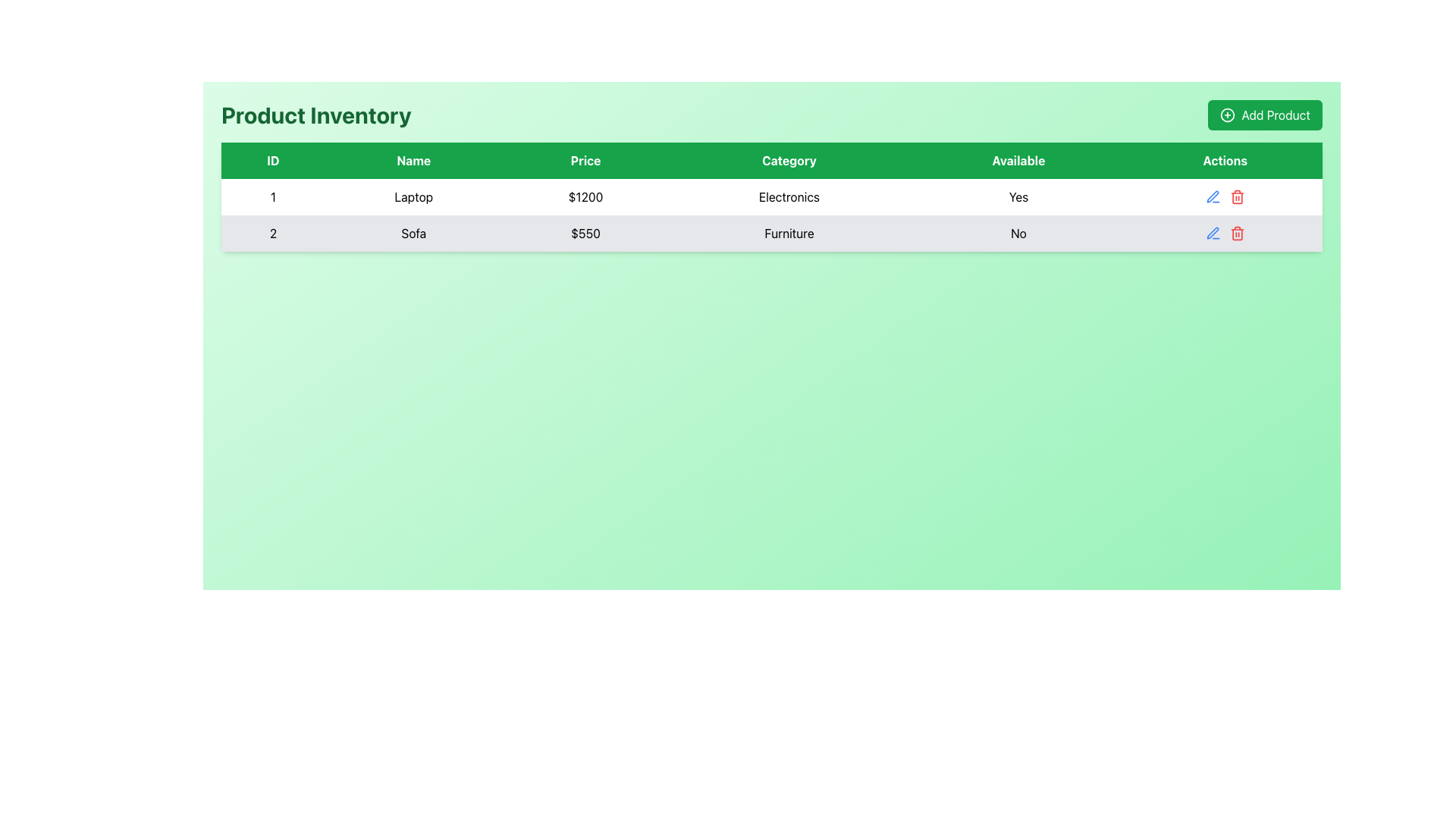 The image size is (1456, 819). What do you see at coordinates (413, 196) in the screenshot?
I see `the text label displaying the product name 'Laptop' in the inventory list, located in the second cell of the first row under the 'Name' column` at bounding box center [413, 196].